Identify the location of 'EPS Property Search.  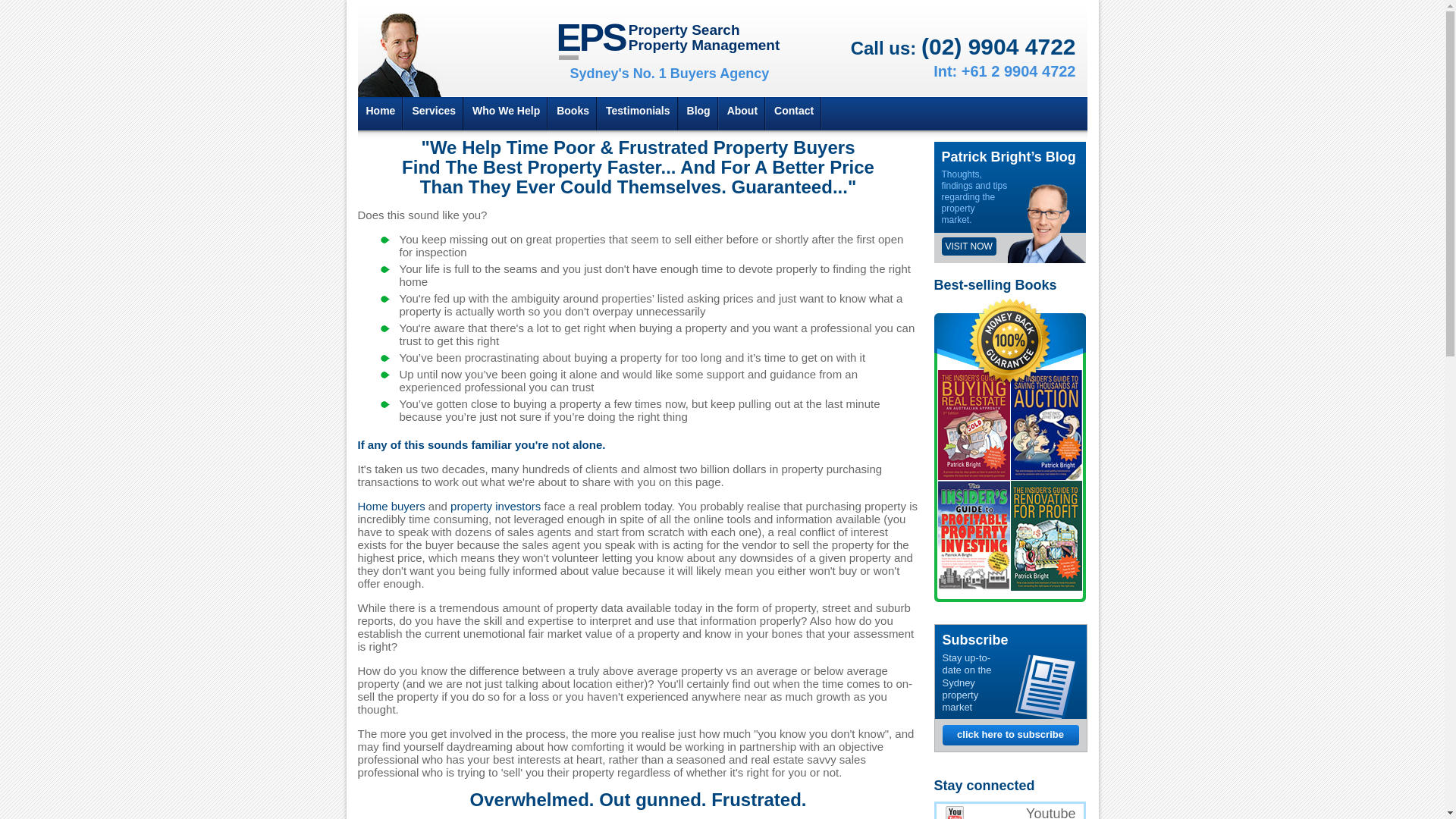
(667, 38).